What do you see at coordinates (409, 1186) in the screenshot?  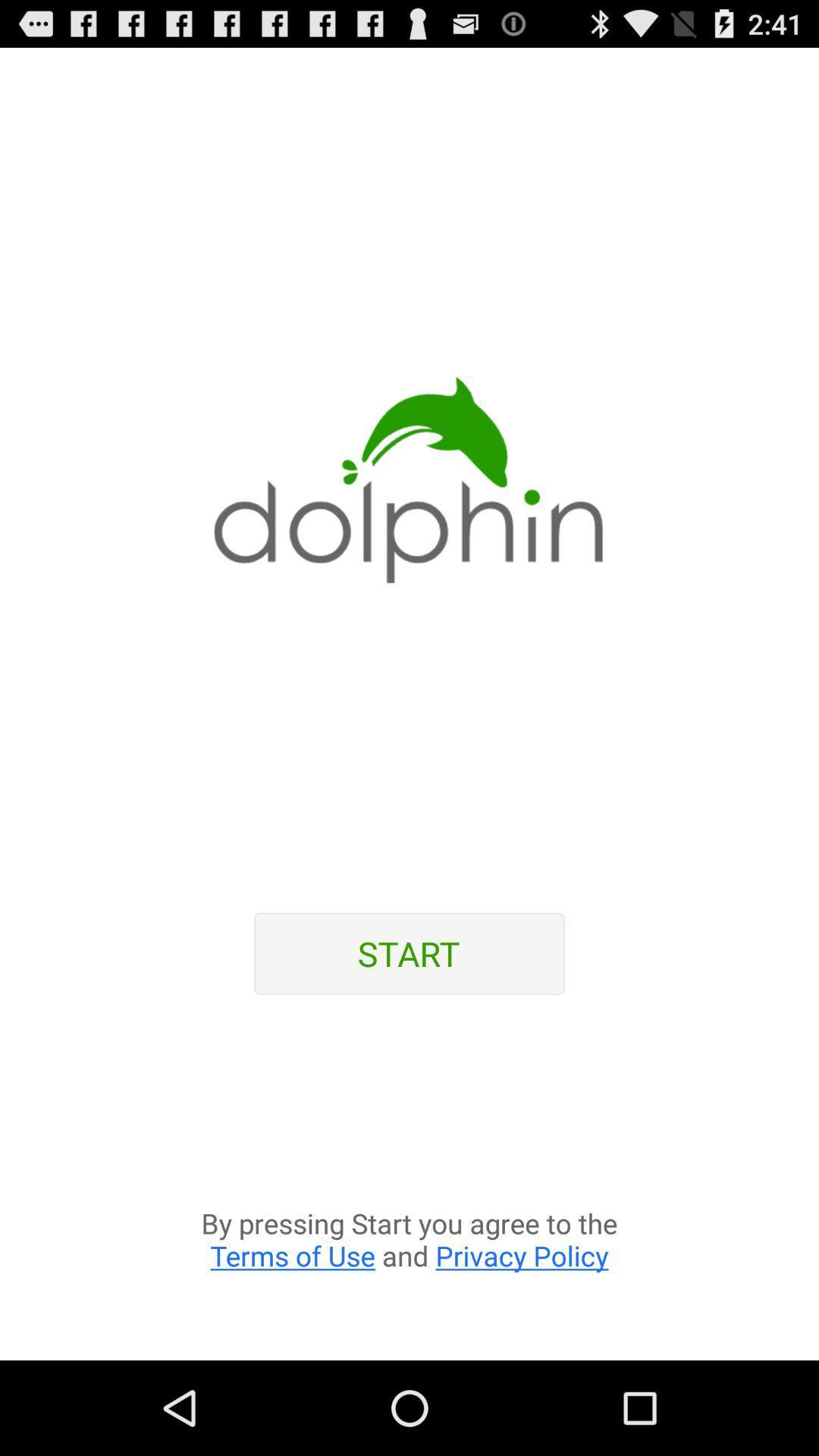 I see `the app at the bottom` at bounding box center [409, 1186].